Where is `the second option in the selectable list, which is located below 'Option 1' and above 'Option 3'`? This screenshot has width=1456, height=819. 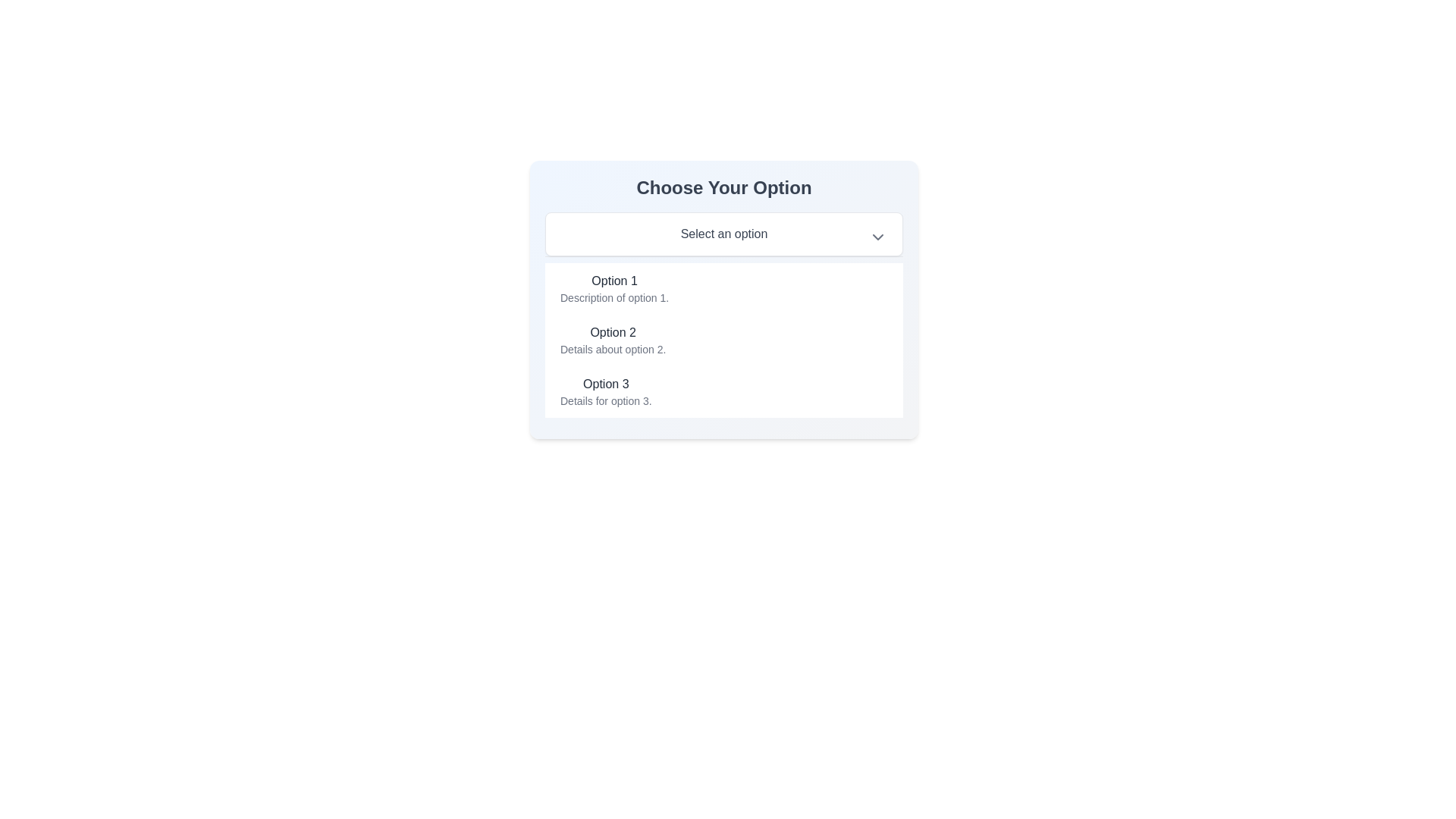
the second option in the selectable list, which is located below 'Option 1' and above 'Option 3' is located at coordinates (723, 339).